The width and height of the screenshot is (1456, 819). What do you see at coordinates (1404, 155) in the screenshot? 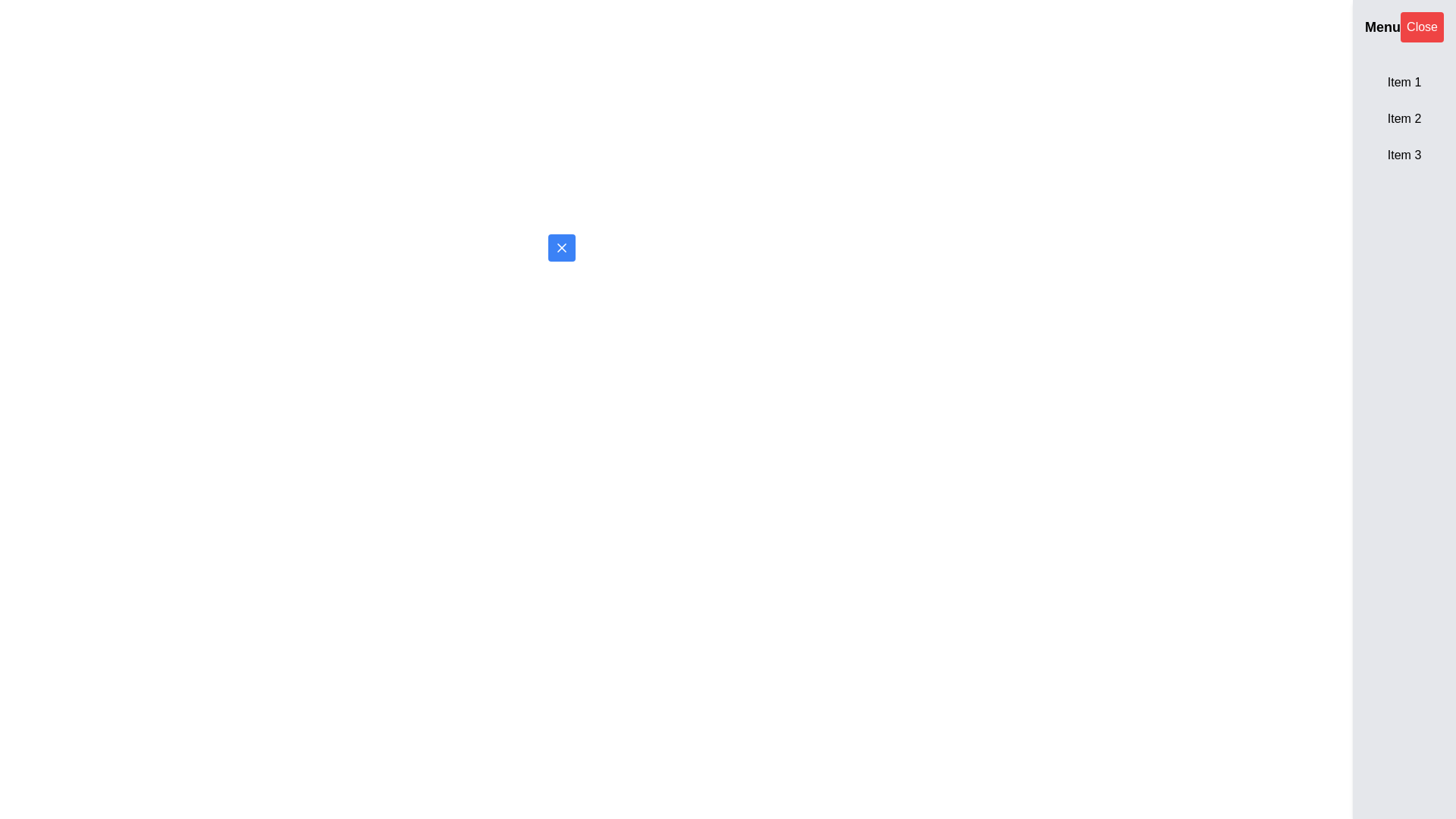
I see `the text label that displays 'Item 3' in the right sidebar menu, which is the third item in a vertical list of three elements` at bounding box center [1404, 155].